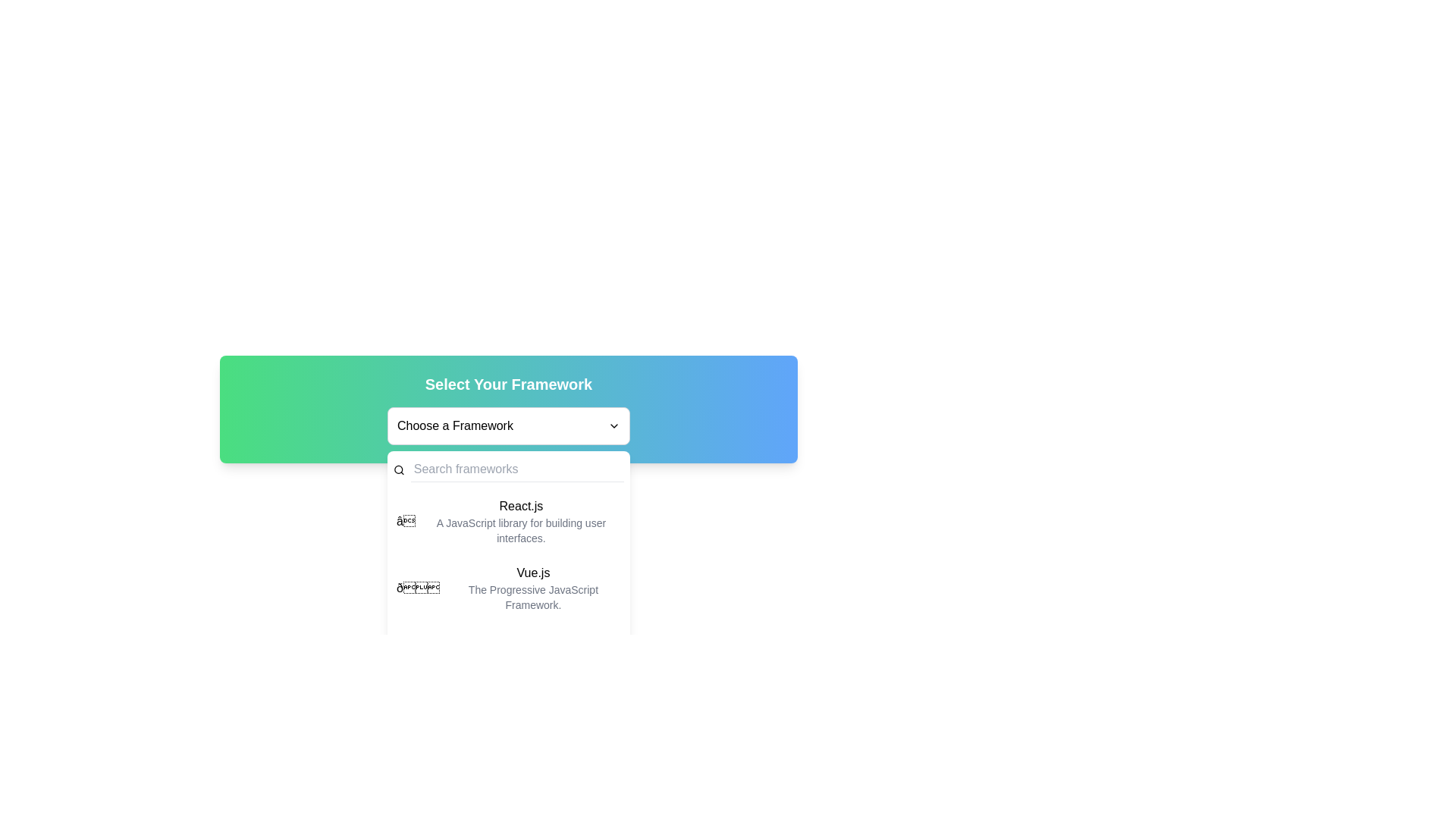  What do you see at coordinates (509, 587) in the screenshot?
I see `the list entry in the dropdown menu labeled 'Vue.js'` at bounding box center [509, 587].